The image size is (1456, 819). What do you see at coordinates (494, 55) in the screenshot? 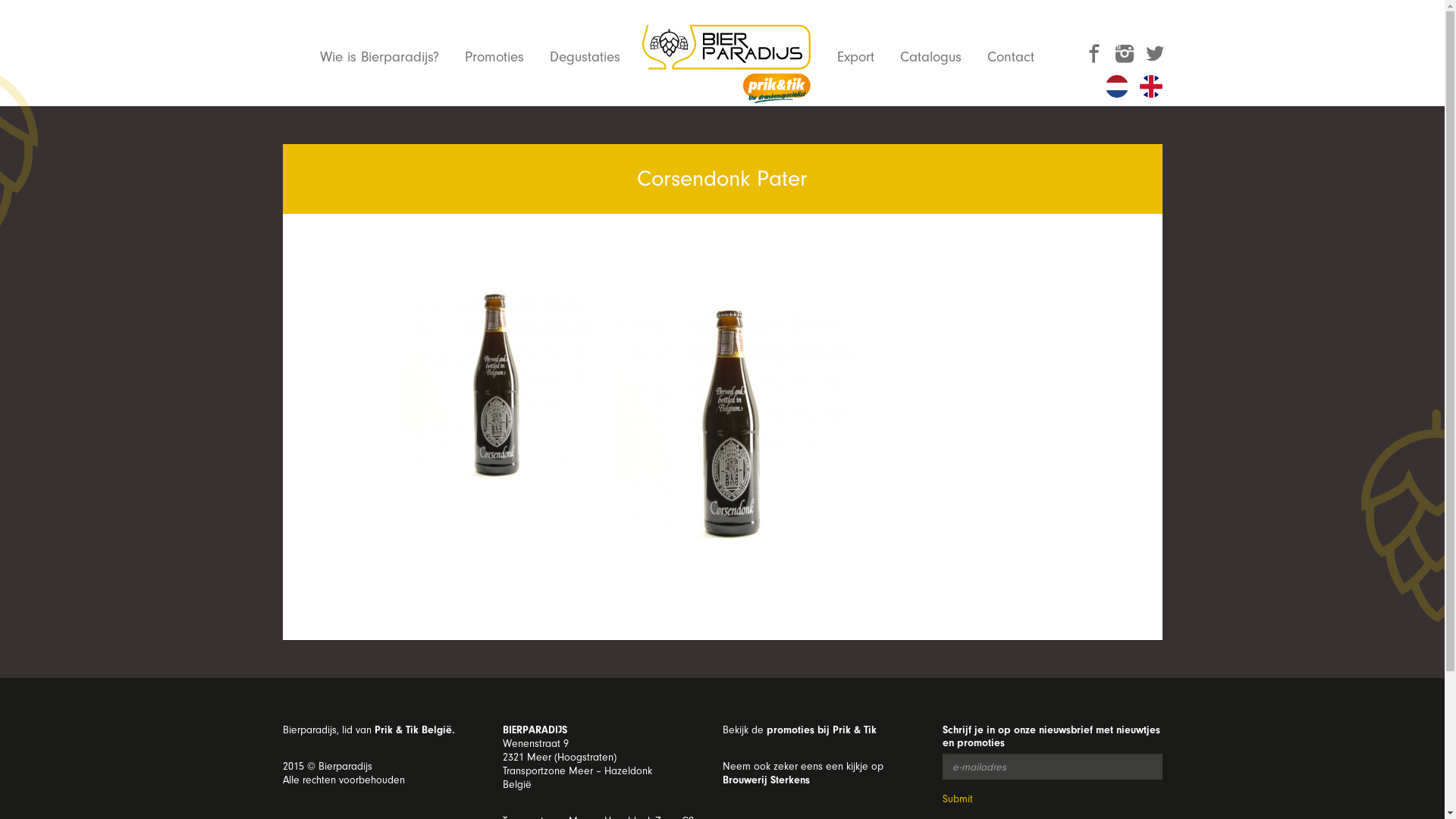
I see `'Promoties'` at bounding box center [494, 55].